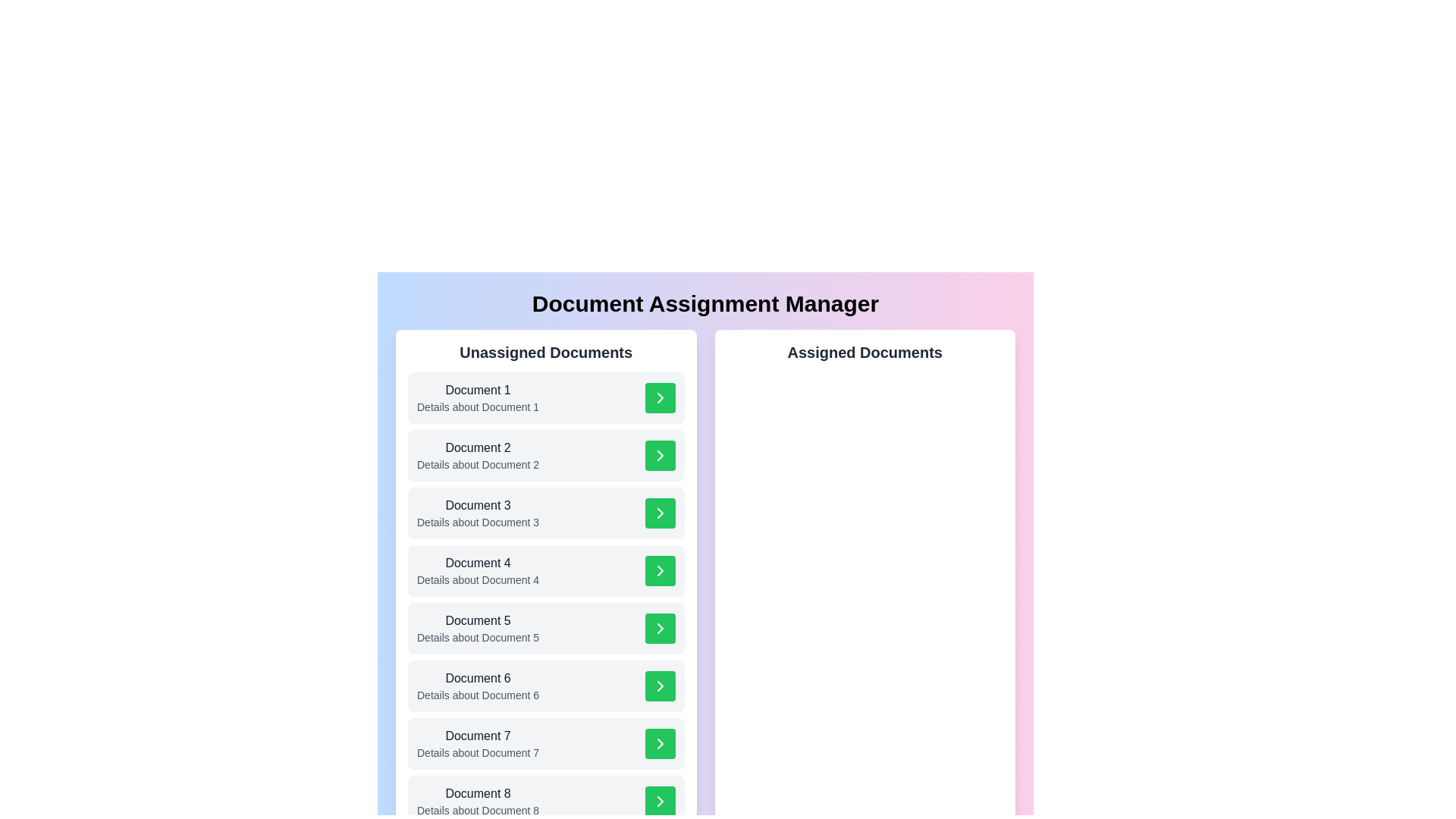  What do you see at coordinates (477, 506) in the screenshot?
I see `the heading label for the third item in the 'Unassigned Documents' section, which is located directly above 'Details about Document 3'` at bounding box center [477, 506].